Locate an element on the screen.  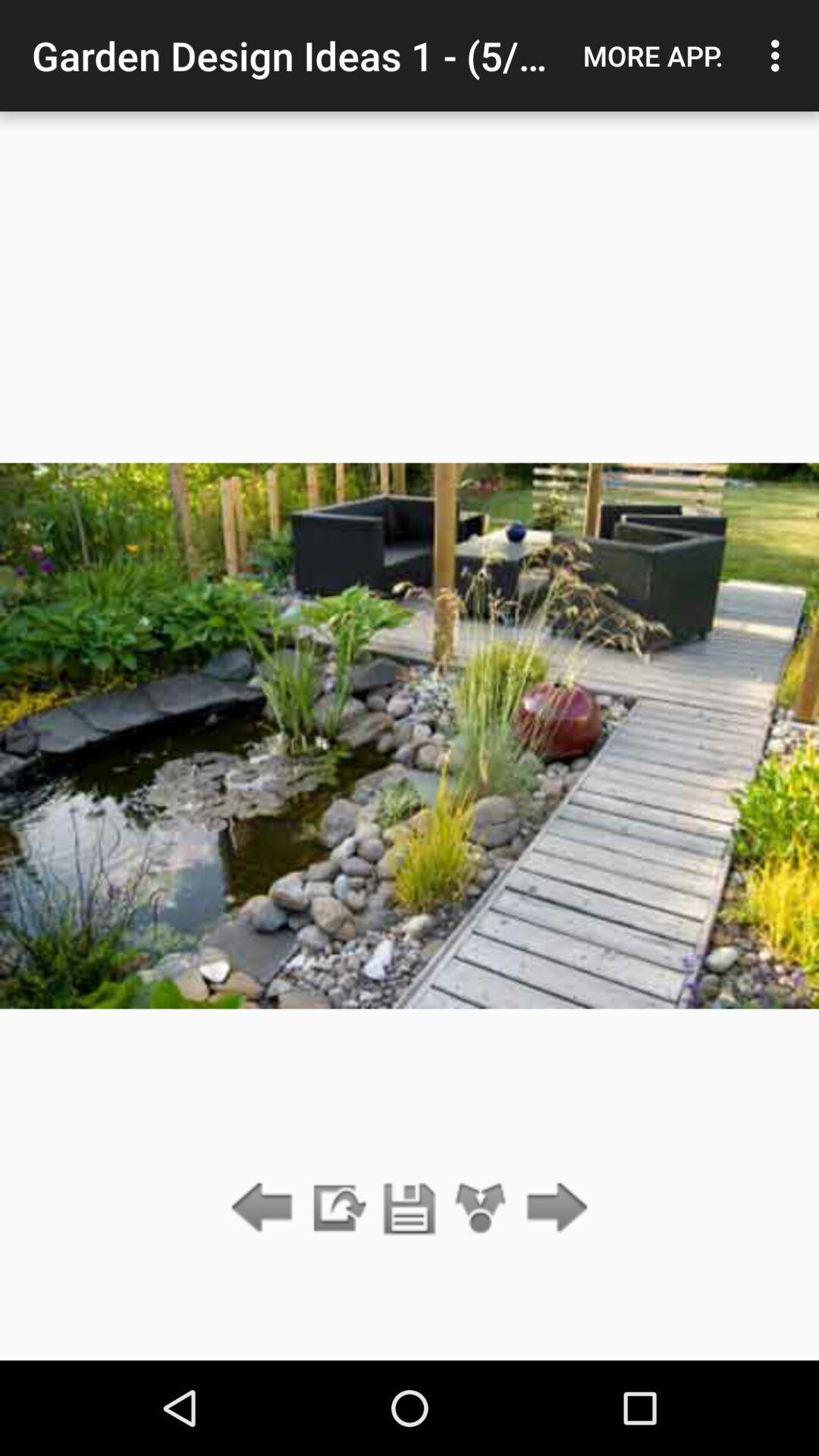
next picture is located at coordinates (553, 1208).